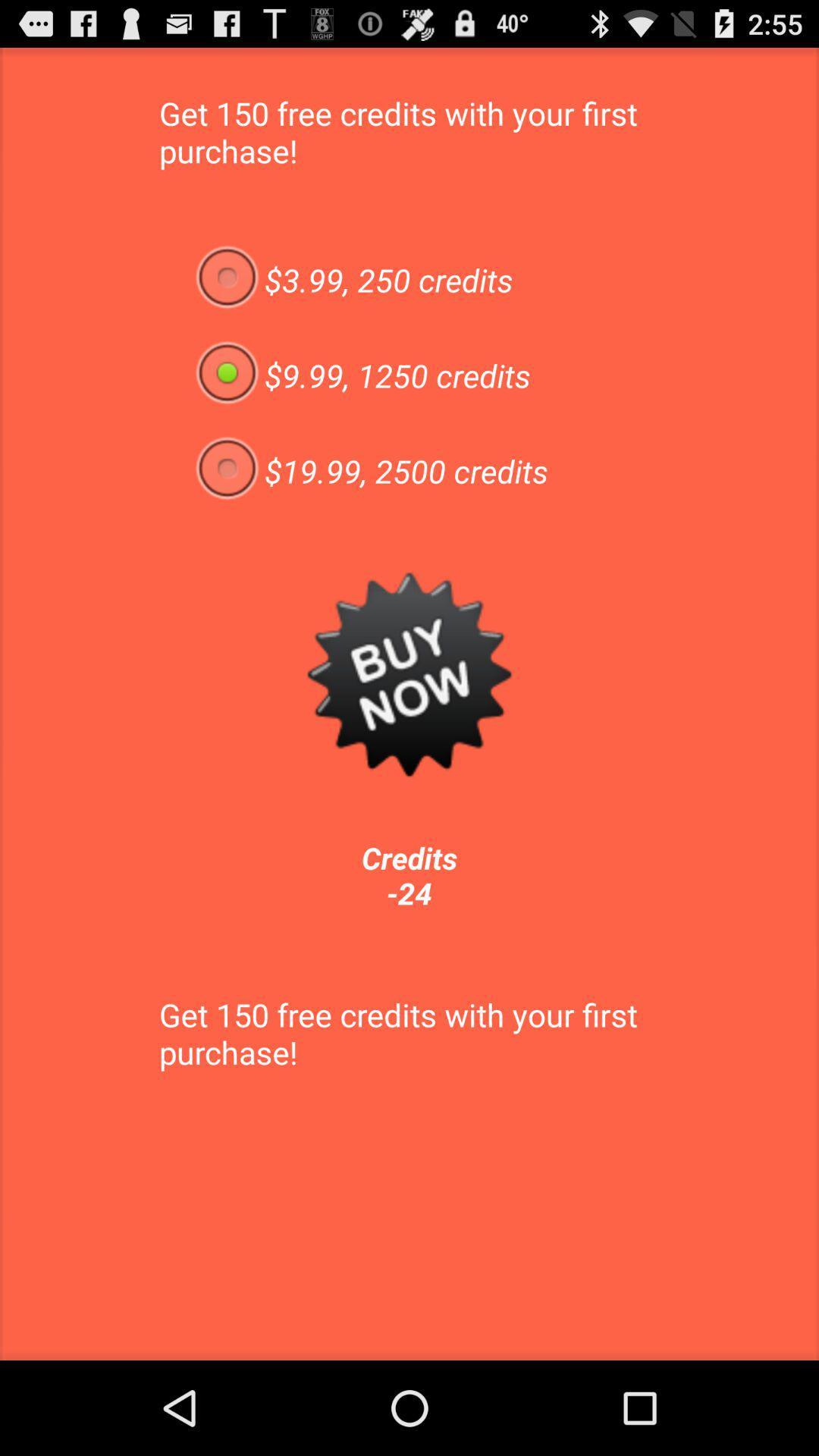 Image resolution: width=819 pixels, height=1456 pixels. I want to click on the radio button below the 19 99 2500 item, so click(409, 673).